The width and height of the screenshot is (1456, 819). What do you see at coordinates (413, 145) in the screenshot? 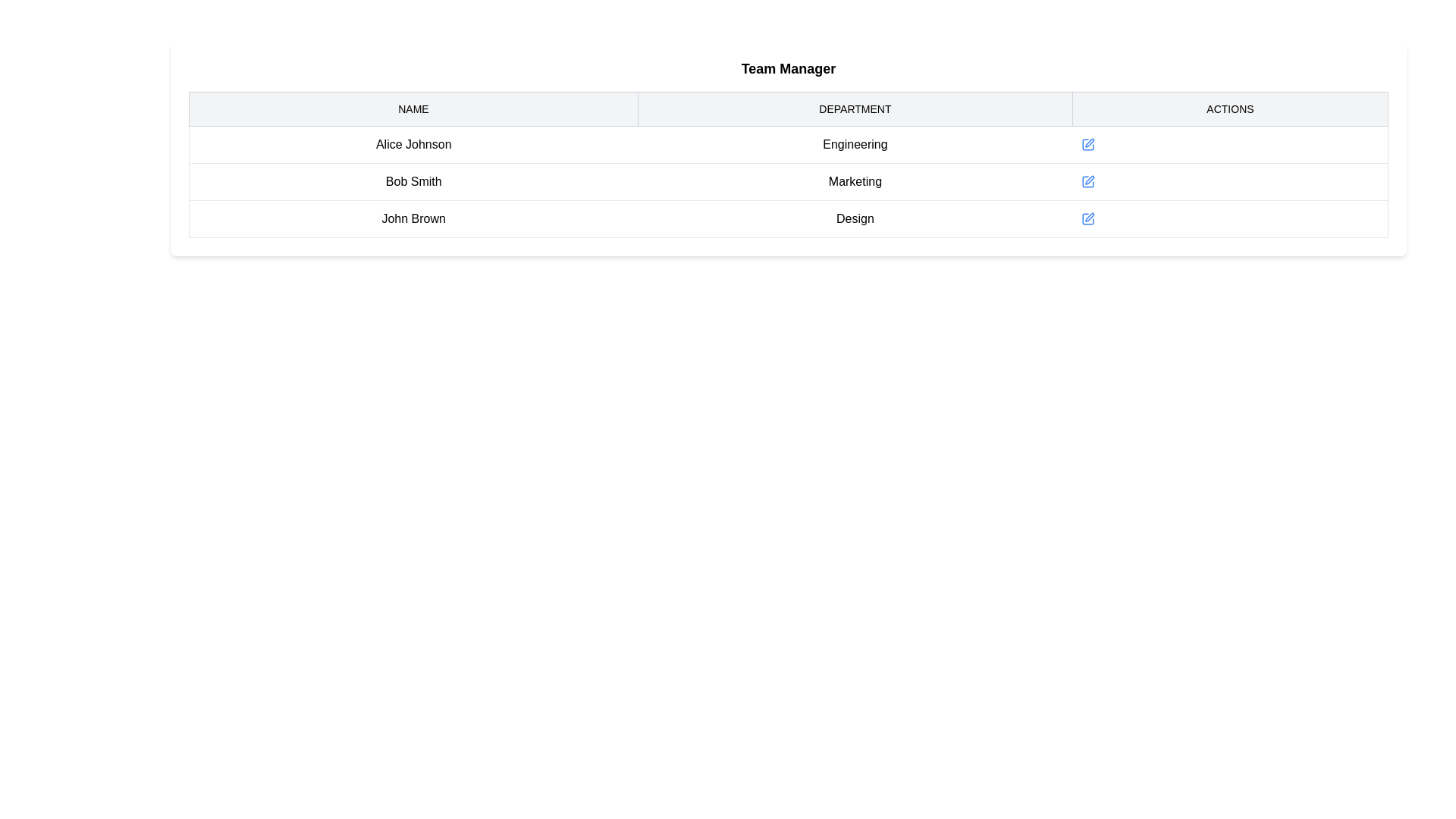
I see `the text label displaying 'Alice Johnson' which is the first item in the 'Name' column of the table` at bounding box center [413, 145].